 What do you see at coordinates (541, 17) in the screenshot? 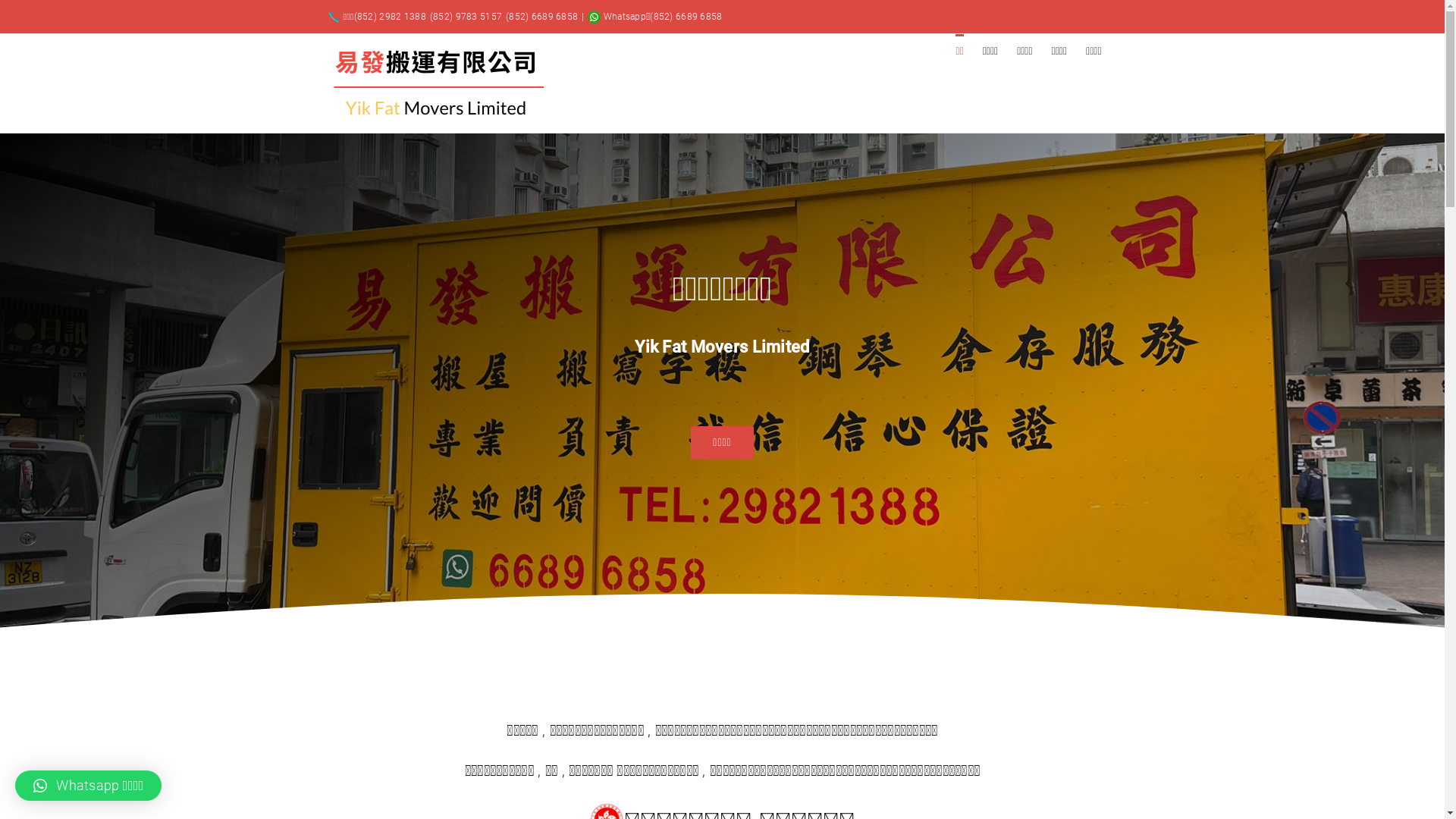
I see `'(852) 6689 6858'` at bounding box center [541, 17].